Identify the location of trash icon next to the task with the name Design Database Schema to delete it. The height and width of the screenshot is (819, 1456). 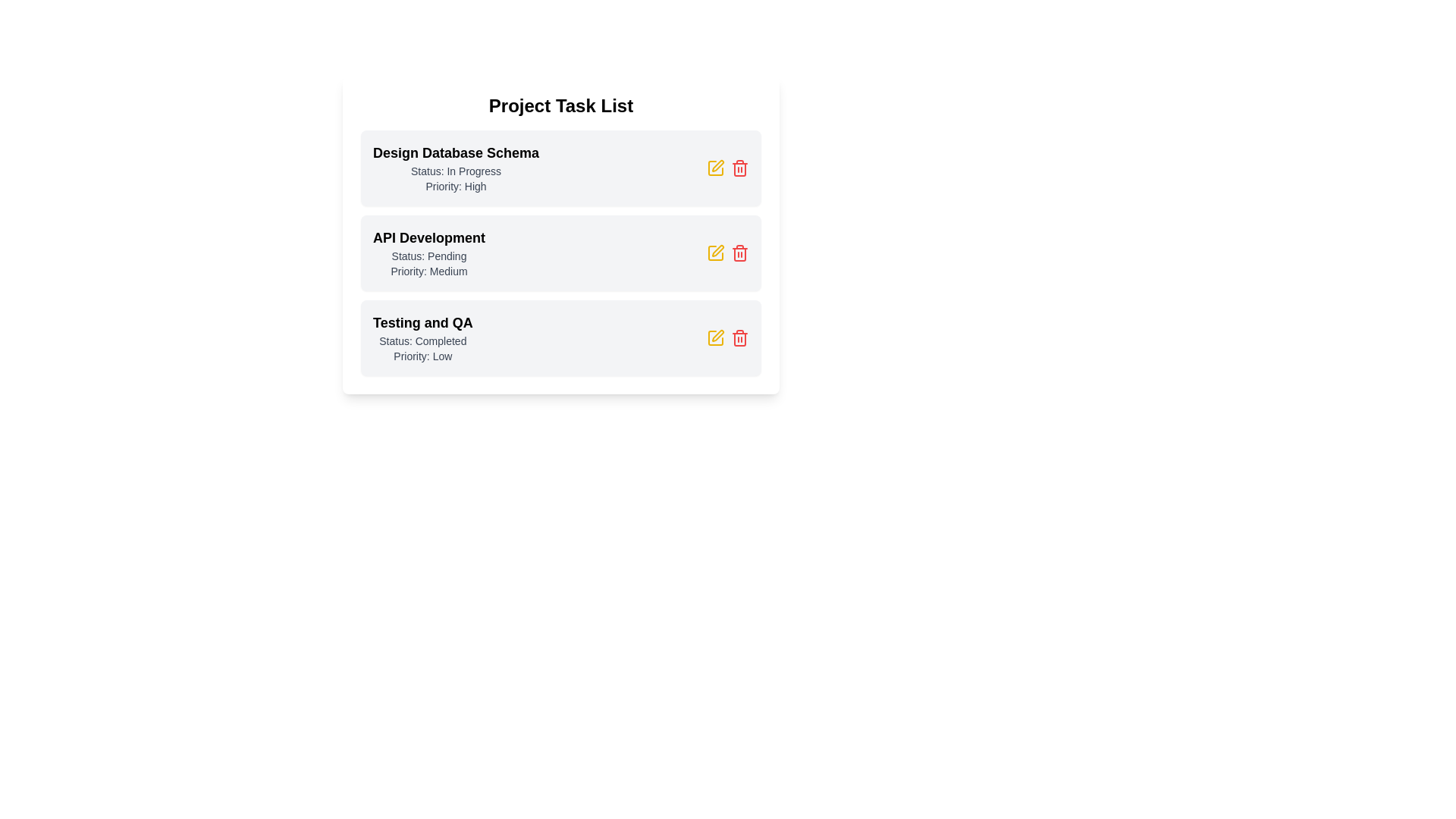
(739, 168).